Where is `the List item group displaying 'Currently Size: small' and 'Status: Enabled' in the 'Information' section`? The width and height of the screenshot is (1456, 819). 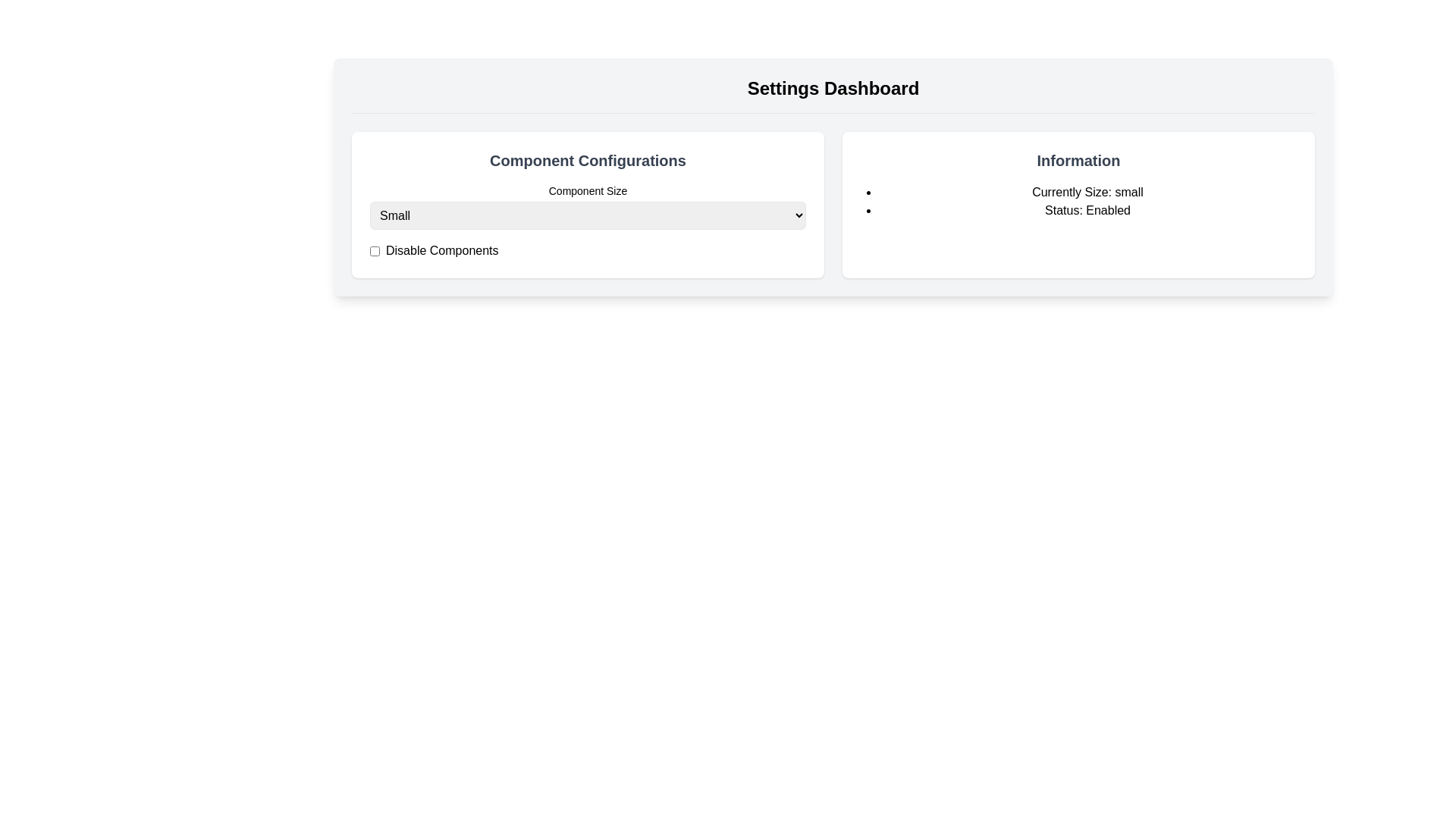
the List item group displaying 'Currently Size: small' and 'Status: Enabled' in the 'Information' section is located at coordinates (1078, 201).